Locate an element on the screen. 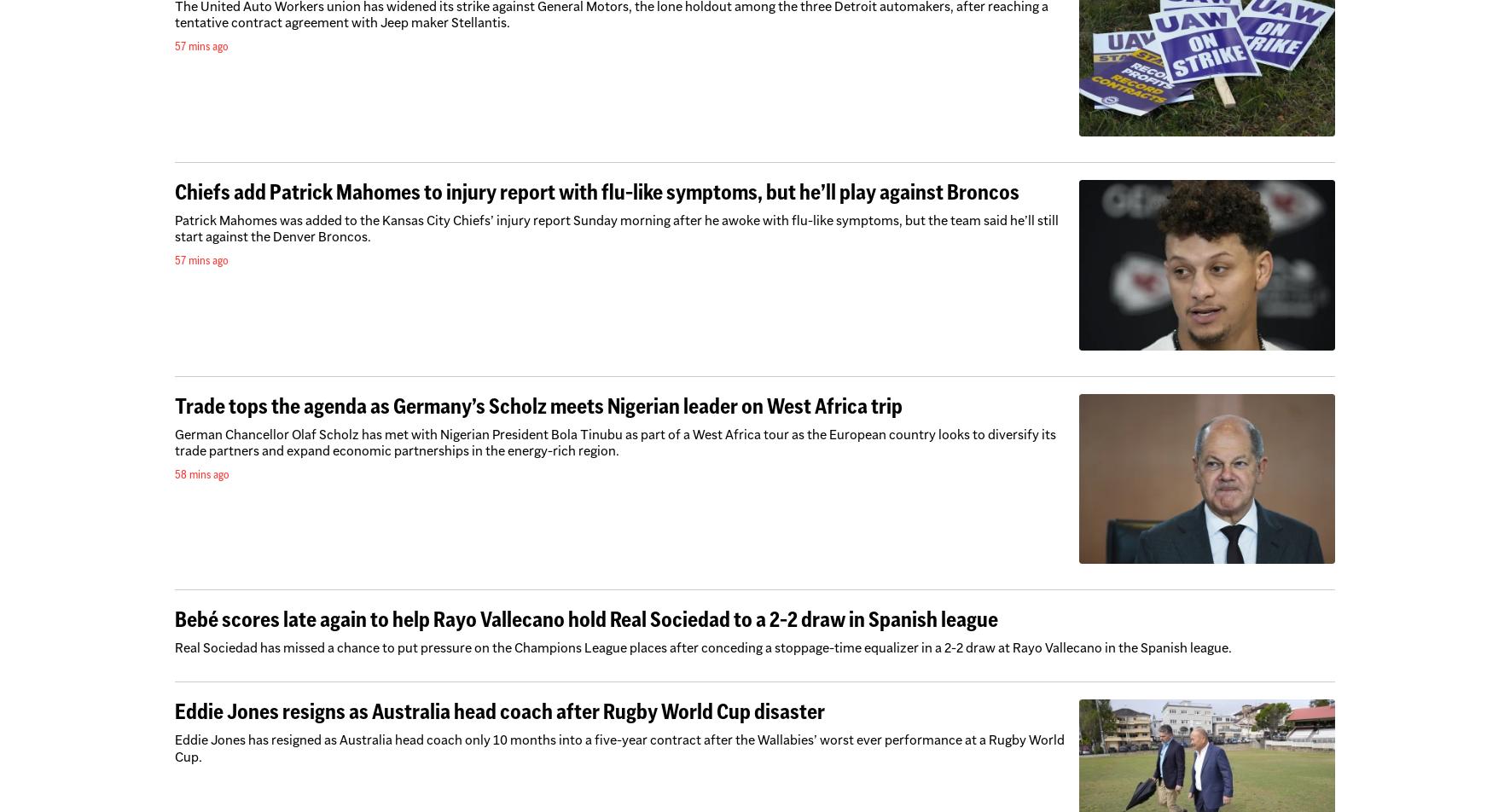  'Patrick Mahomes was added to the Kansas City Chiefs’ injury report Sunday morning after he awoke with flu-like symptoms, but the team said he’ll still start against the Denver Broncos.' is located at coordinates (616, 228).